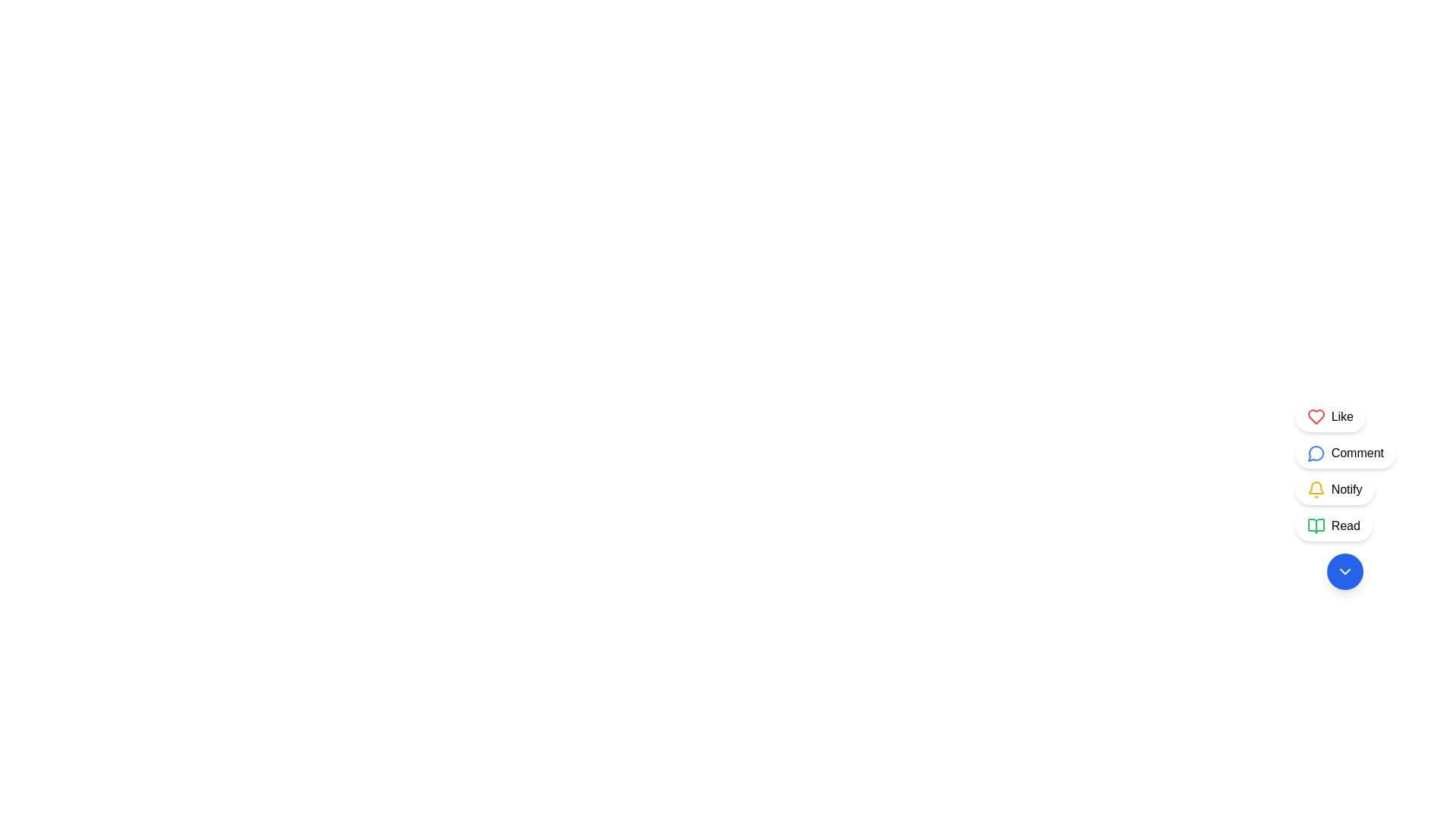 This screenshot has width=1456, height=819. Describe the element at coordinates (1345, 571) in the screenshot. I see `the downward-pointing chevron SVG icon contained within a blue circular button at the bottom of the vertical column` at that location.